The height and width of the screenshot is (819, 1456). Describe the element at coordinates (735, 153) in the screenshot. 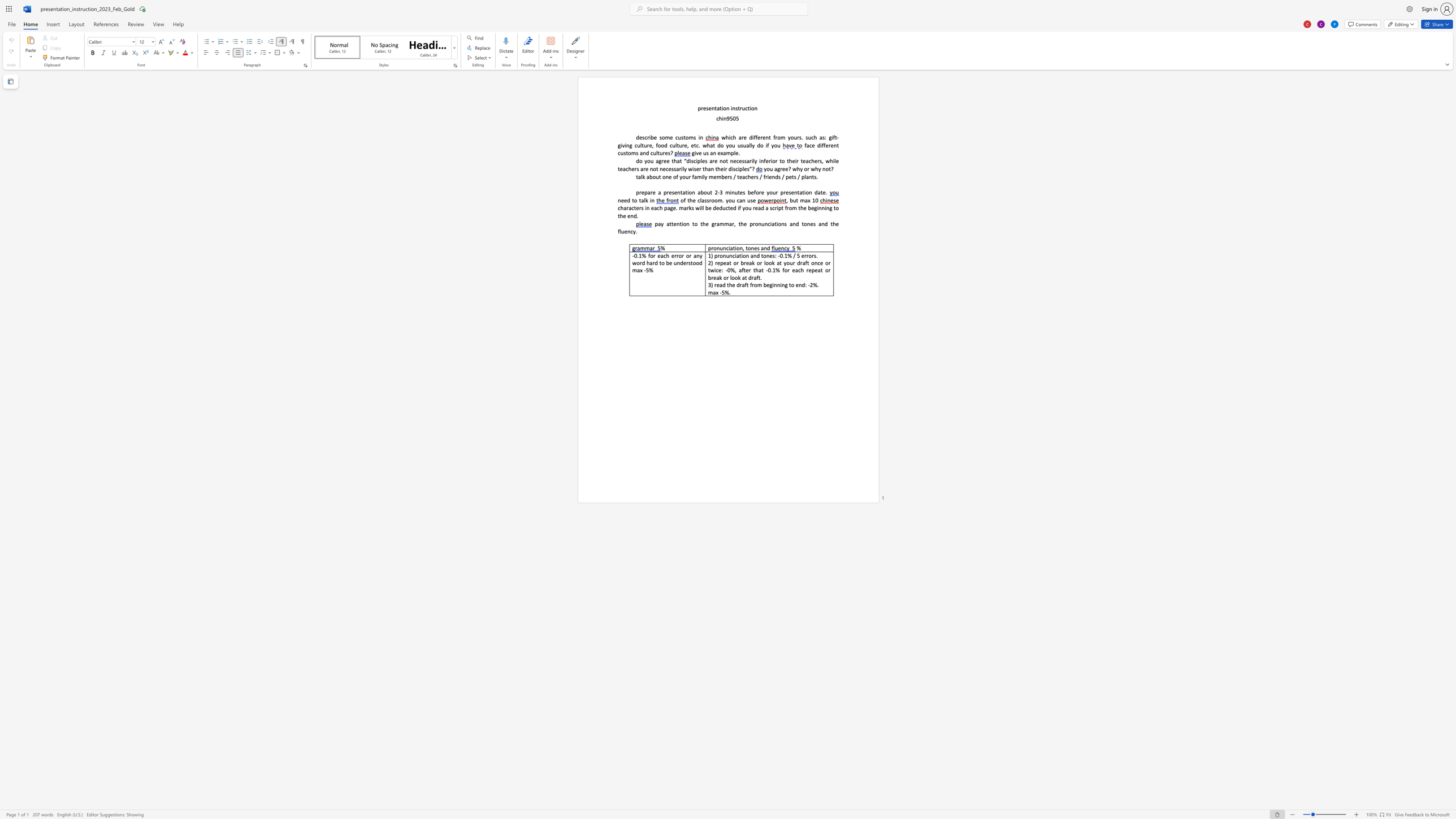

I see `the 1th character "l" in the text` at that location.